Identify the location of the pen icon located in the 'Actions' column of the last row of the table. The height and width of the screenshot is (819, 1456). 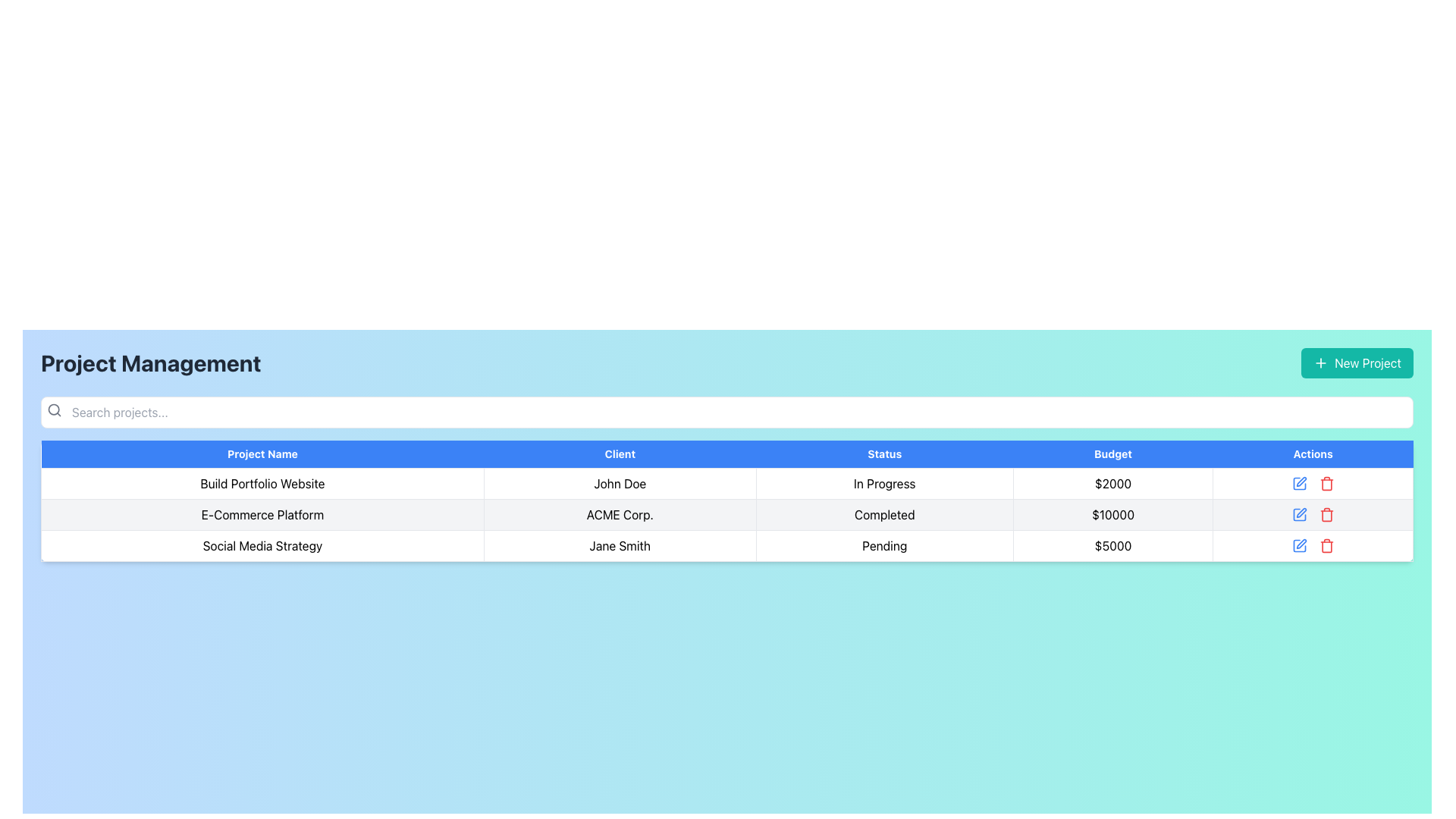
(1301, 543).